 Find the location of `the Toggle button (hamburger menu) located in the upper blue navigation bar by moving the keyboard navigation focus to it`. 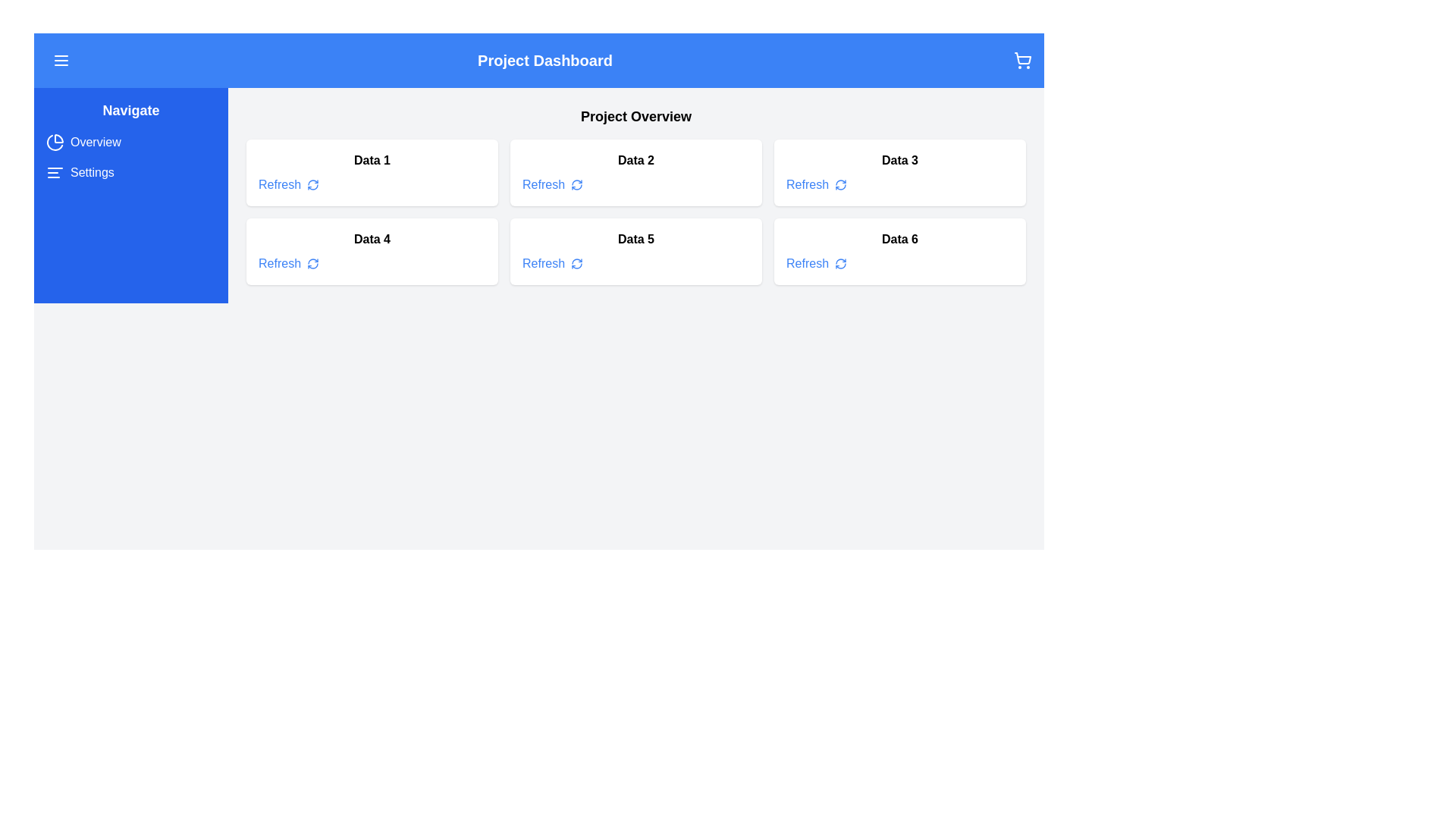

the Toggle button (hamburger menu) located in the upper blue navigation bar by moving the keyboard navigation focus to it is located at coordinates (61, 60).